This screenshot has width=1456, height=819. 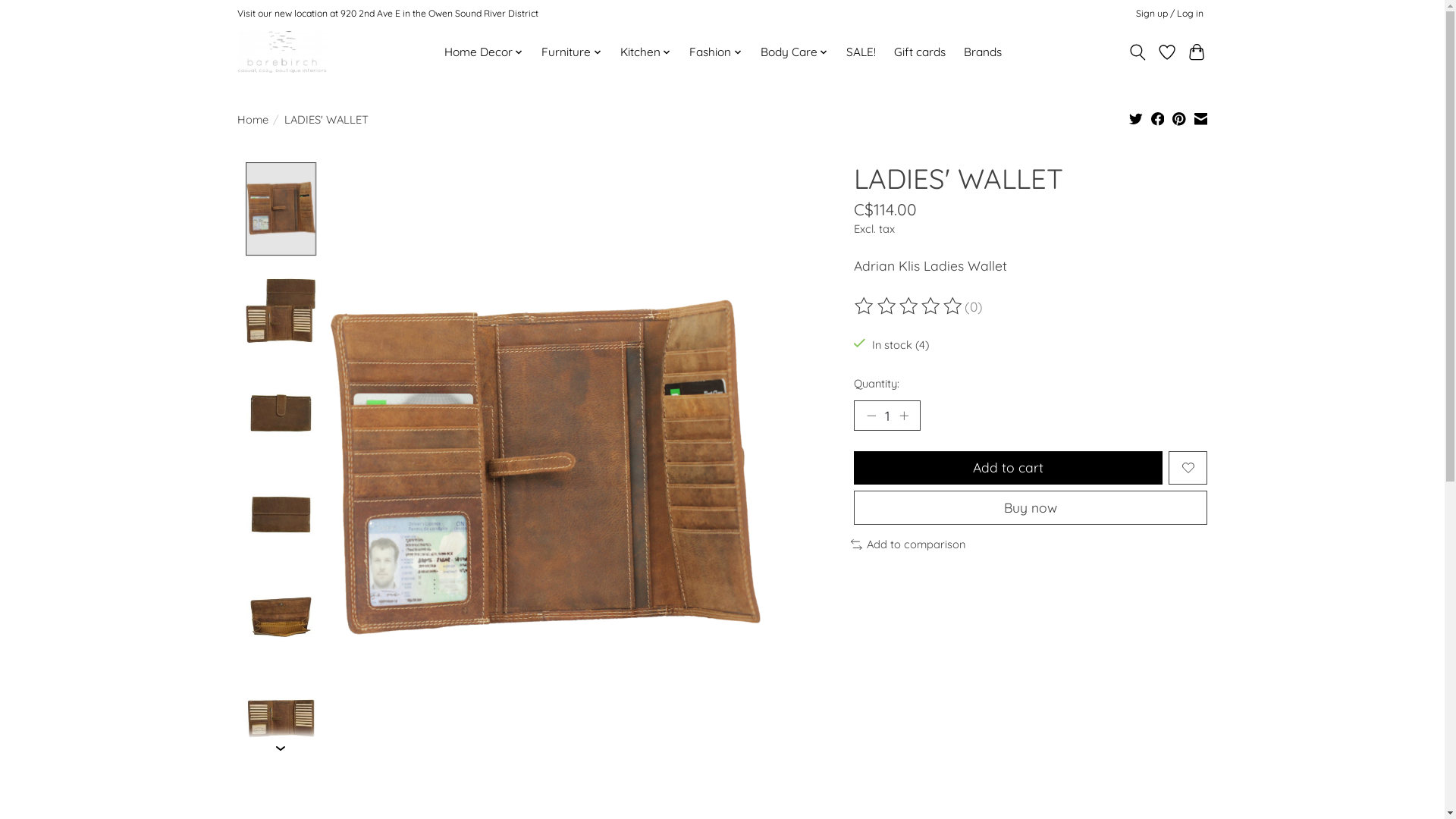 I want to click on 'Buy now', so click(x=1030, y=507).